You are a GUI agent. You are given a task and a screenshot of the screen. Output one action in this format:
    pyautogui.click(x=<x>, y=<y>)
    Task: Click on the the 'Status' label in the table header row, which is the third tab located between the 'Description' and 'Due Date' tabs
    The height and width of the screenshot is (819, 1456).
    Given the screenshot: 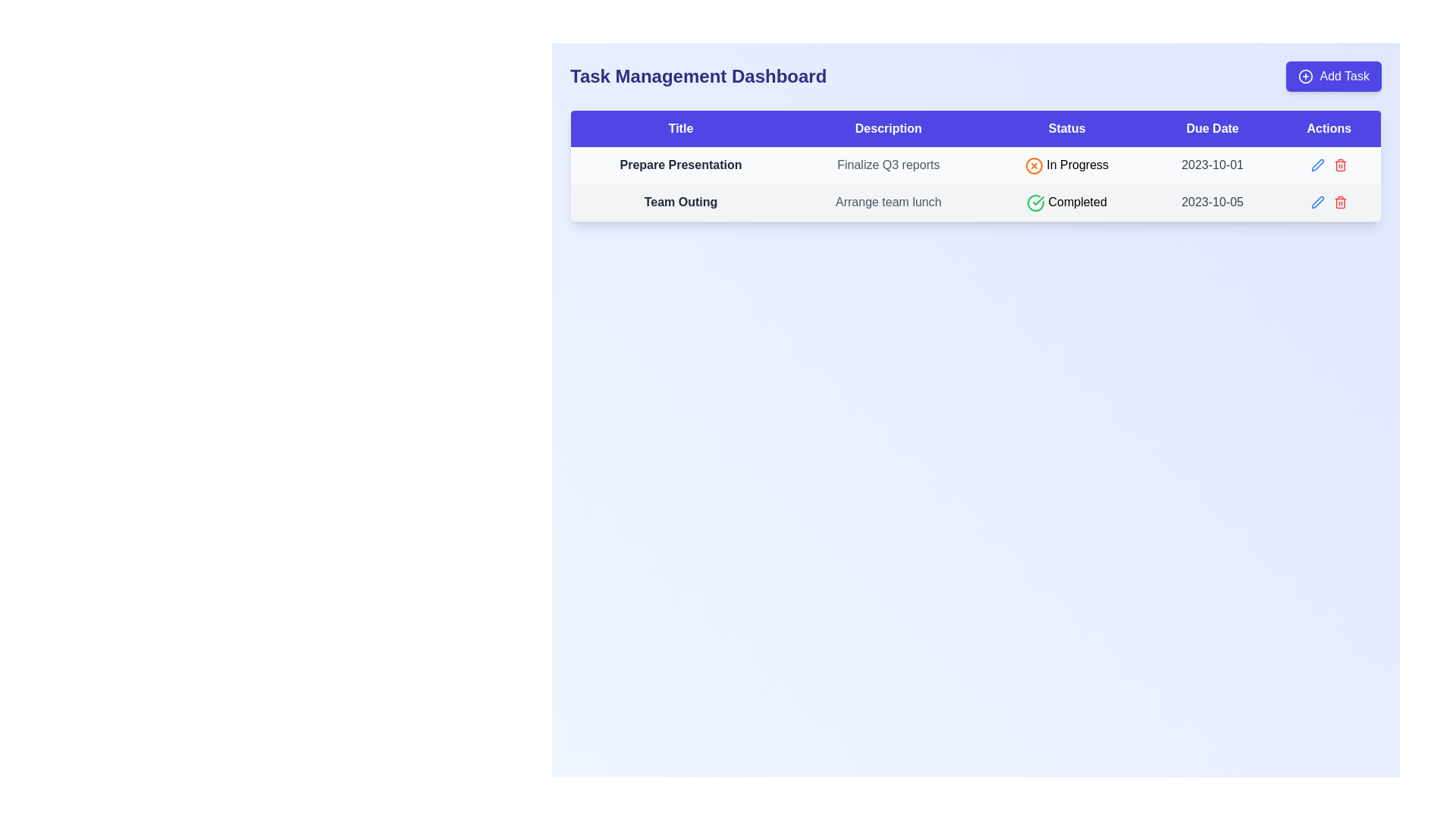 What is the action you would take?
    pyautogui.click(x=1066, y=127)
    